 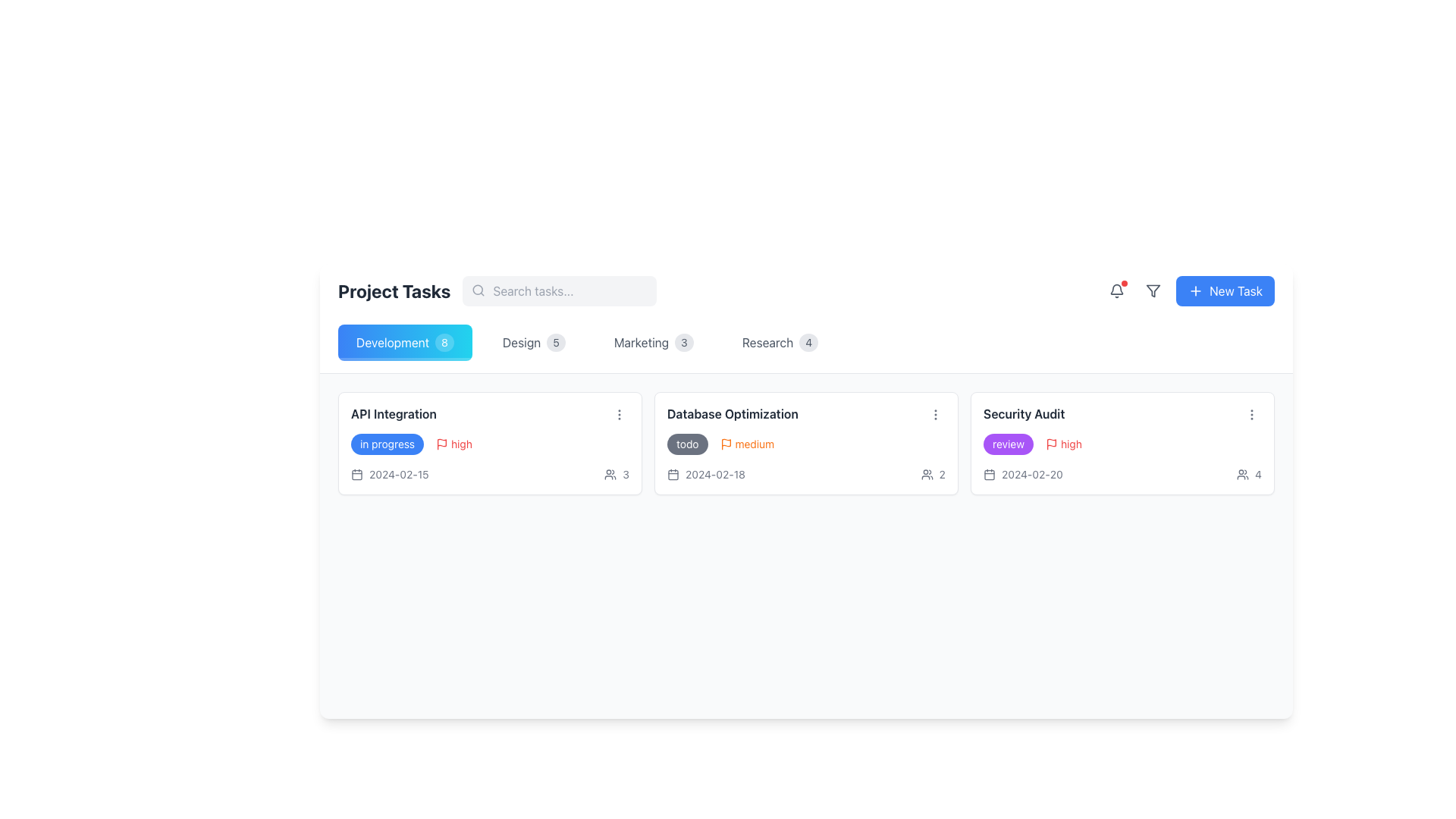 What do you see at coordinates (1051, 444) in the screenshot?
I see `the small red flag icon located to the left of the 'high' text label within the 'Security Audit' entry in the task list` at bounding box center [1051, 444].